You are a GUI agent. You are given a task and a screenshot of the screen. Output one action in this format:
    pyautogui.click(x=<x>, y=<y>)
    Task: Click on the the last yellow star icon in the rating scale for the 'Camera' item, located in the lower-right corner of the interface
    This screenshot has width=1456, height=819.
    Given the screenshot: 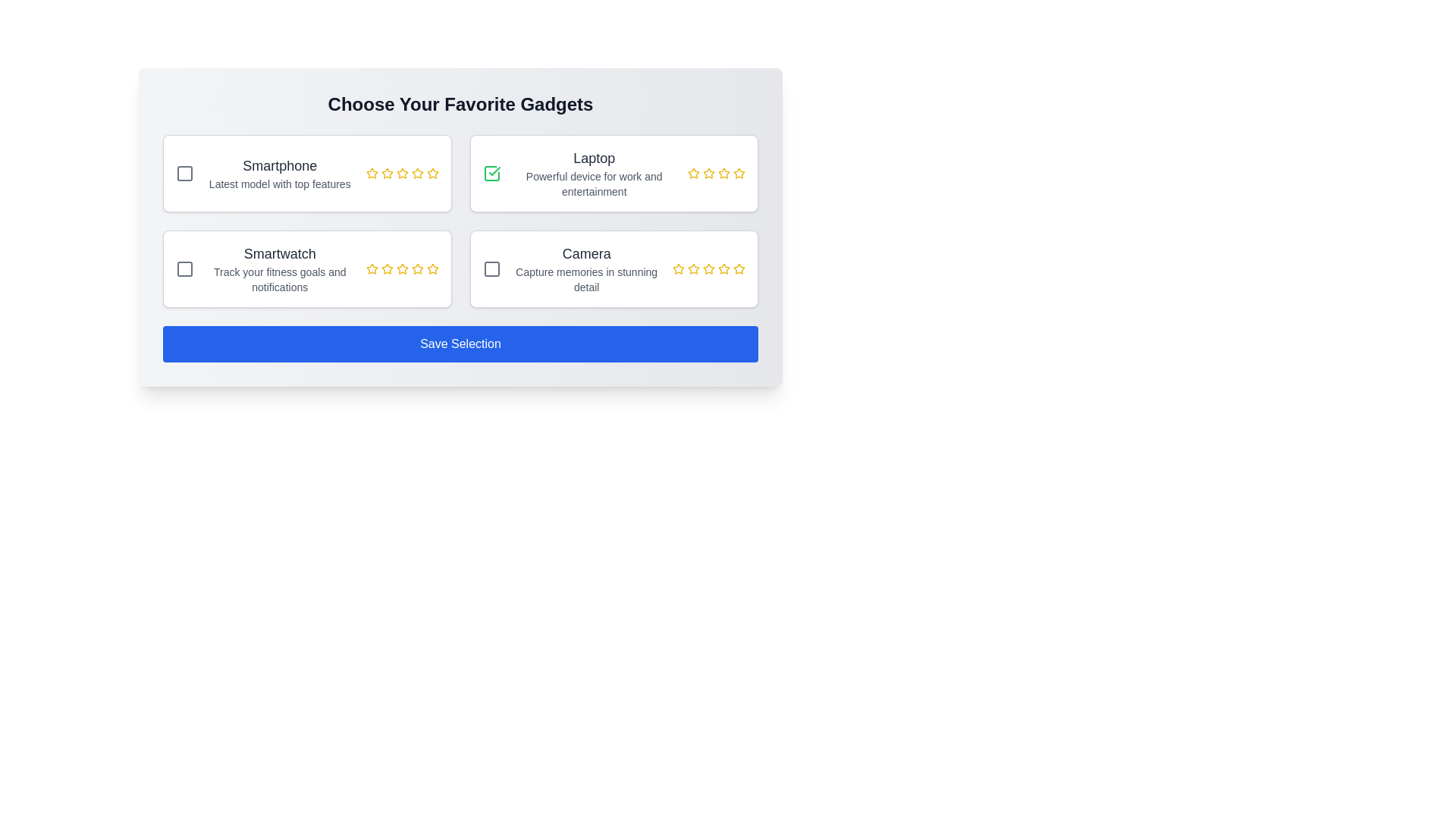 What is the action you would take?
    pyautogui.click(x=739, y=268)
    